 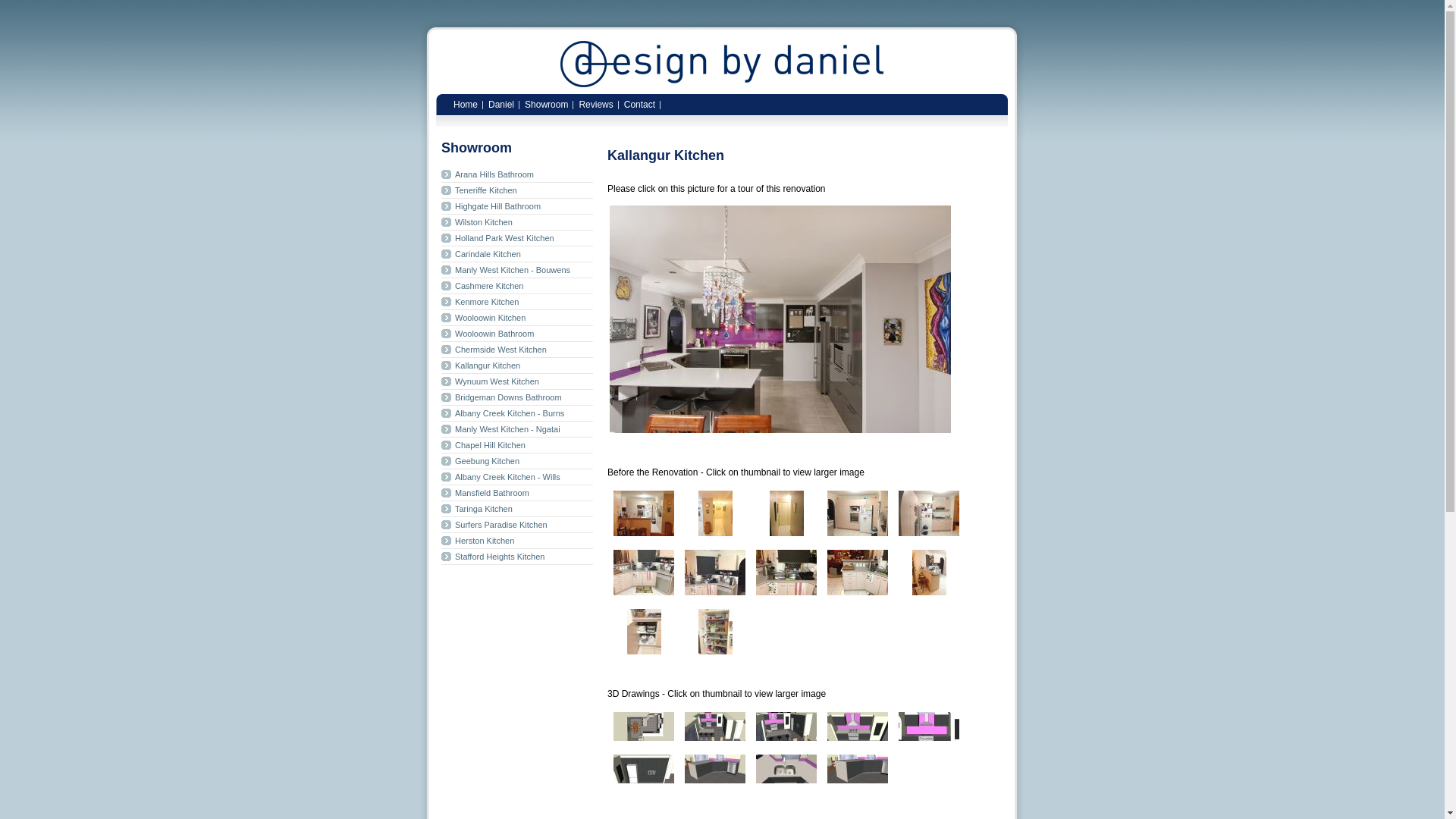 I want to click on 'Chermside West Kitchen', so click(x=516, y=350).